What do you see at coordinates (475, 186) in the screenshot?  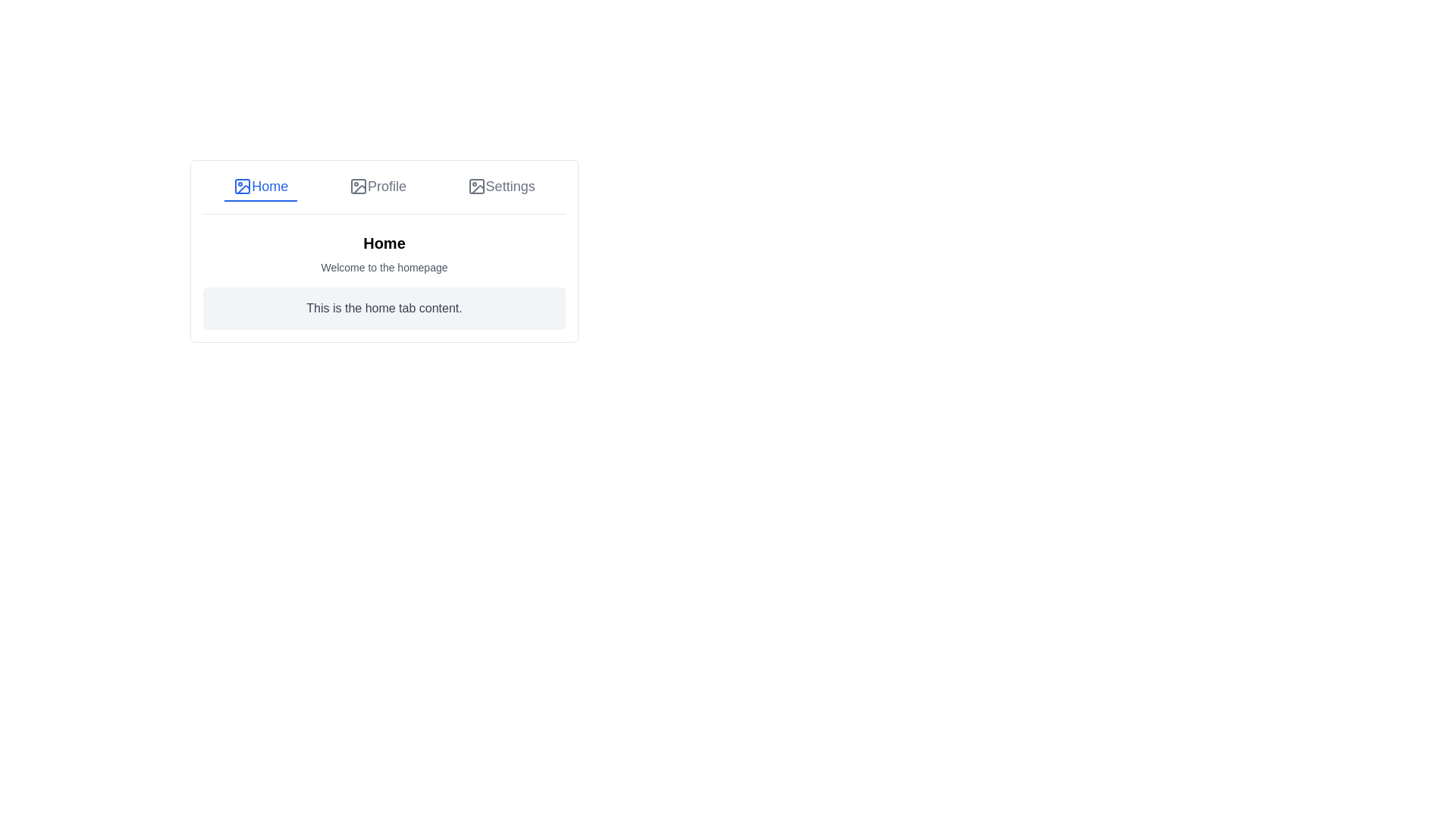 I see `the small rectangular shape with rounded corners that represents the base of the SVG icon in the 'Settings' tab on the rightmost side of the tab bar` at bounding box center [475, 186].